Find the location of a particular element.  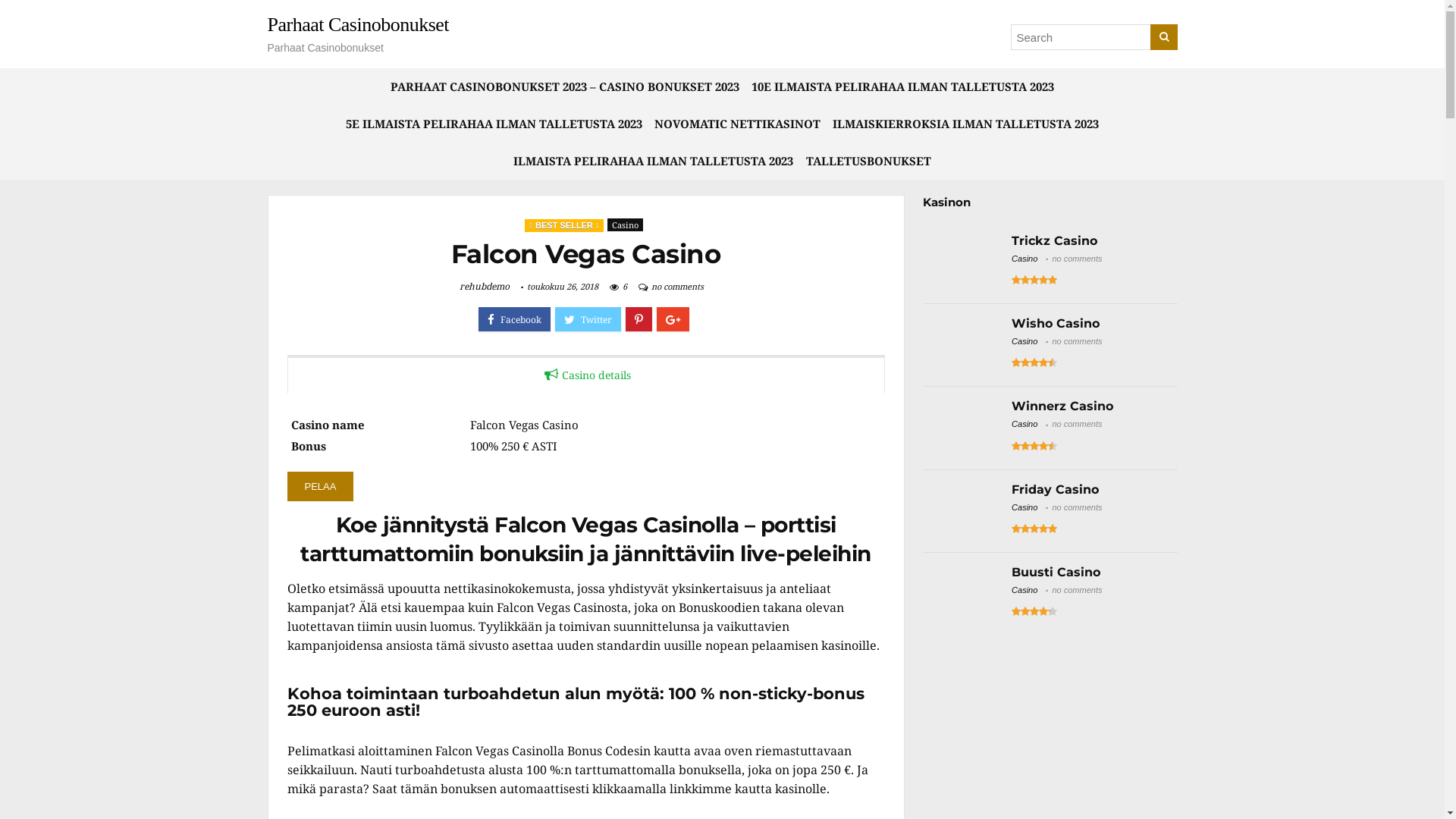

'no comments' is located at coordinates (676, 286).